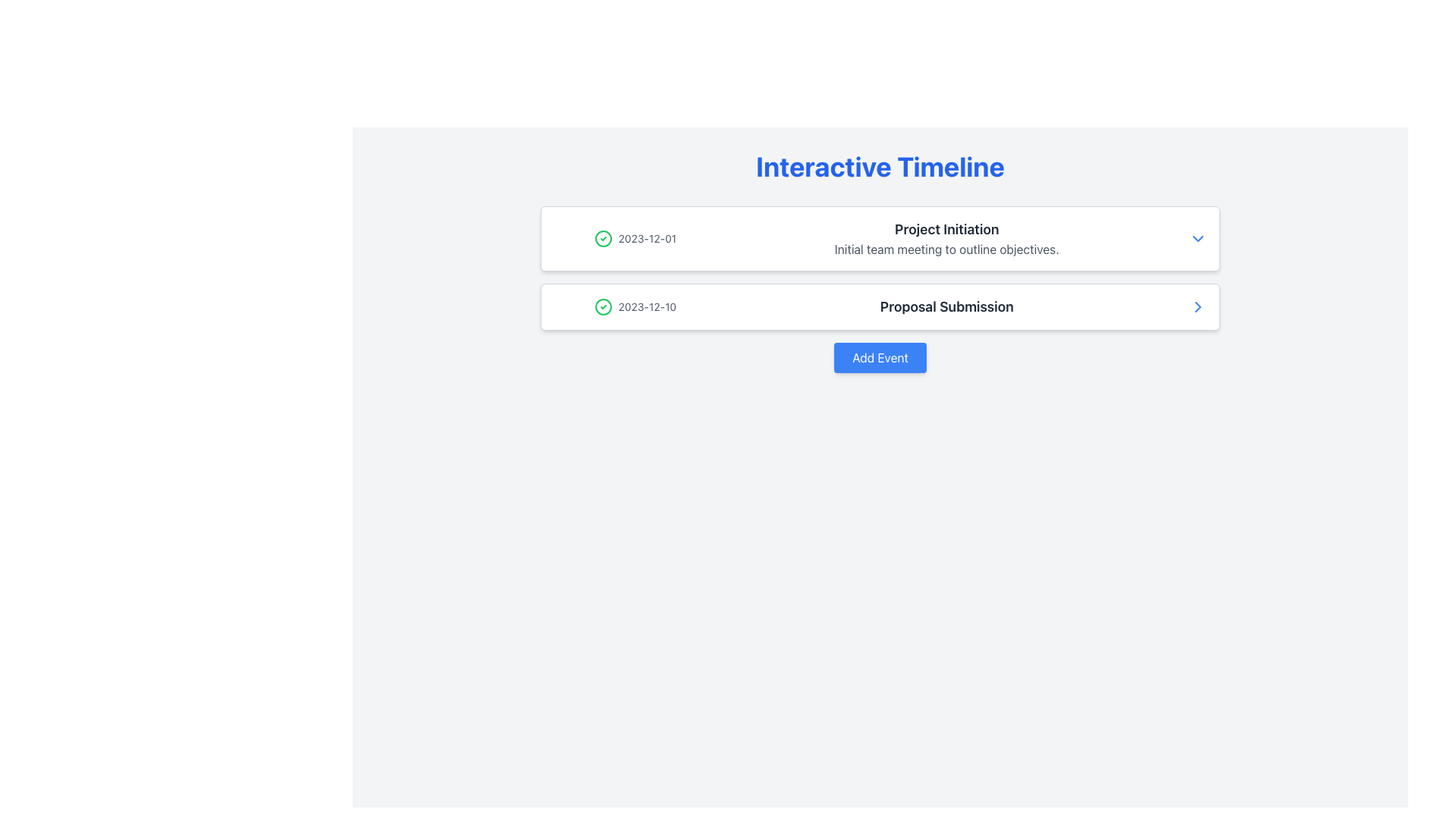 Image resolution: width=1456 pixels, height=819 pixels. I want to click on the arrow icon on the far-right side of the 'Proposal Submission' entry, so click(1197, 307).